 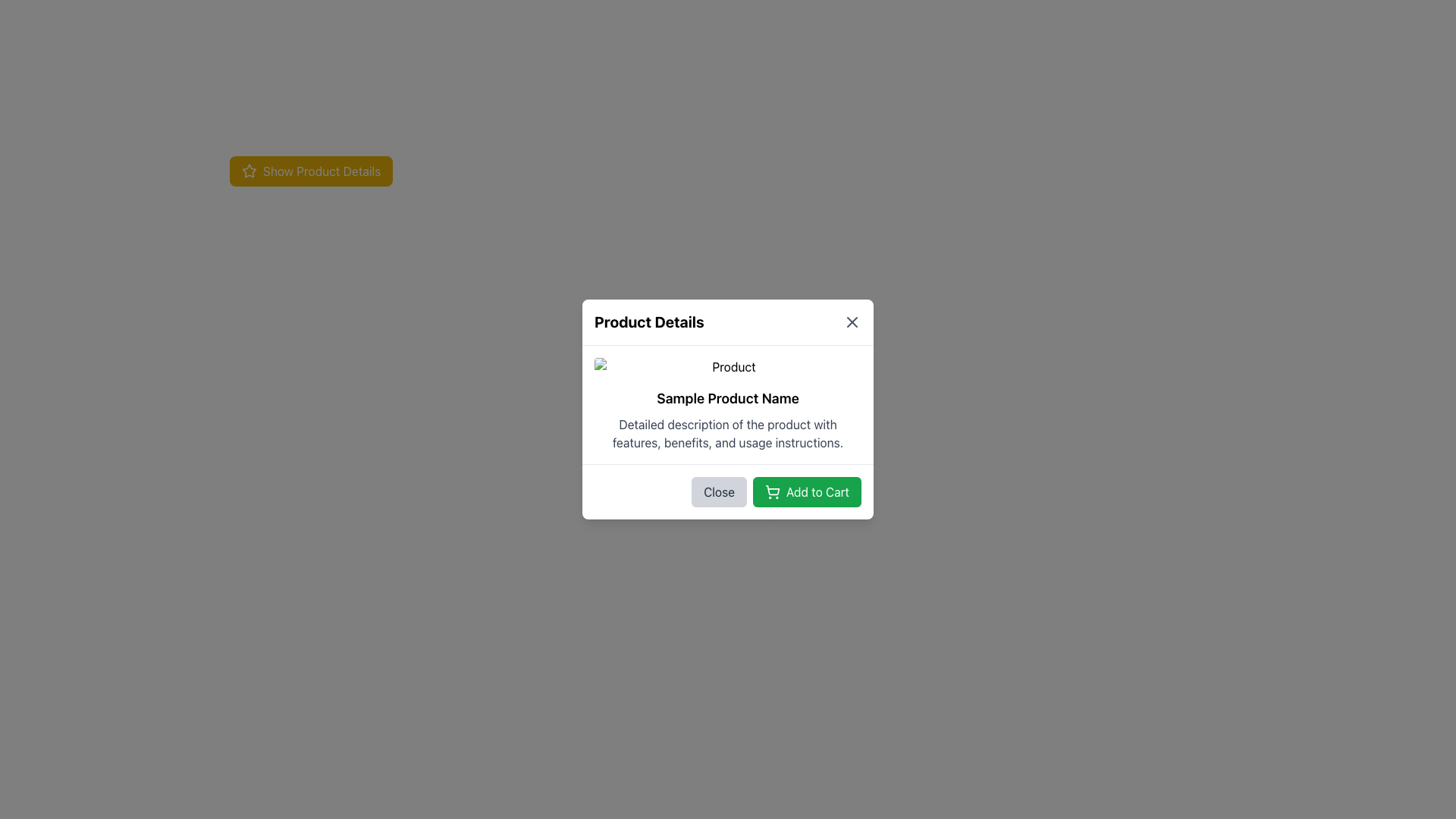 I want to click on the shopping cart icon located at the bottom-right corner of the modal dialog box, so click(x=772, y=490).